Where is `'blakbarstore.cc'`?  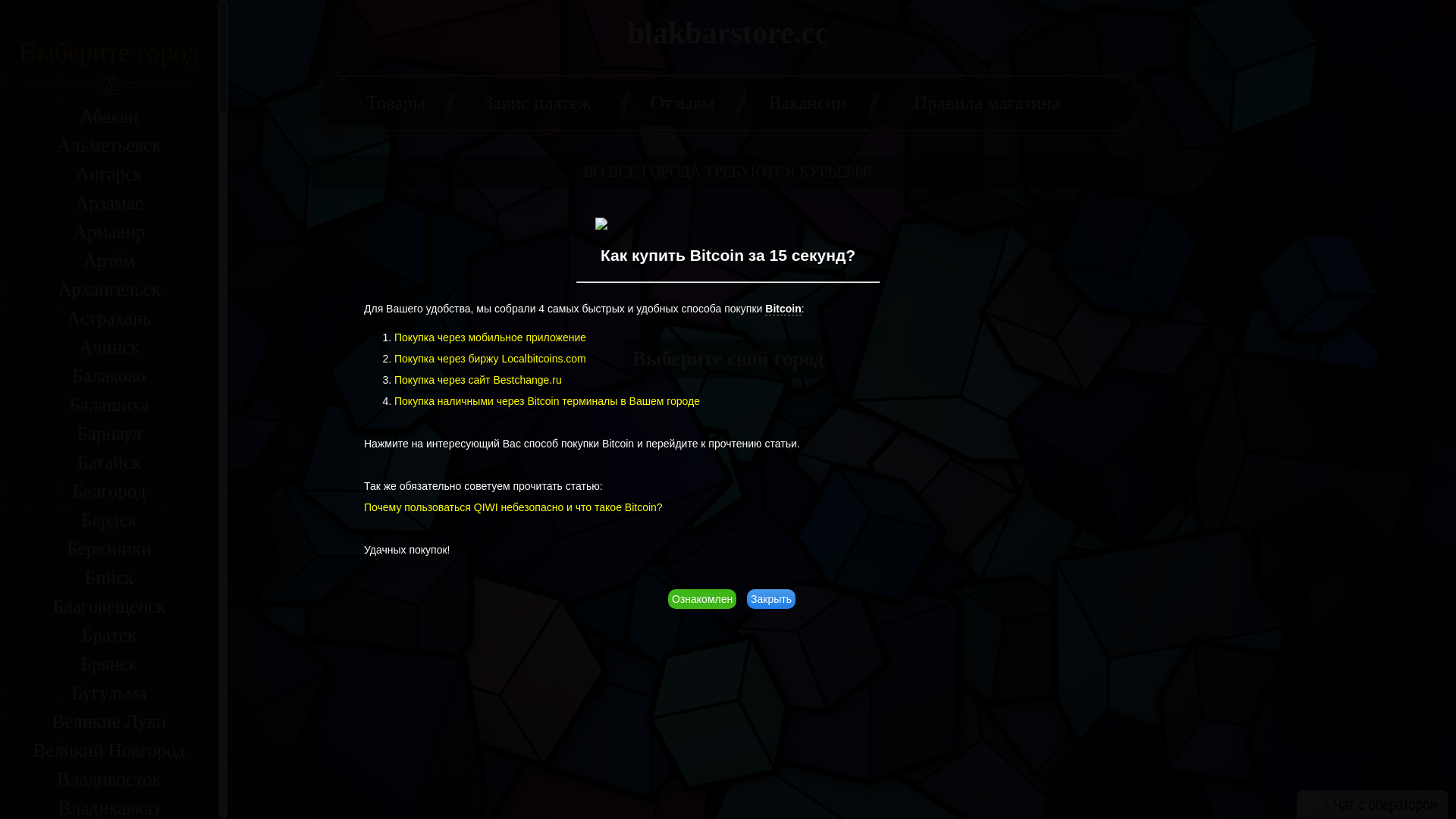 'blakbarstore.cc' is located at coordinates (628, 33).